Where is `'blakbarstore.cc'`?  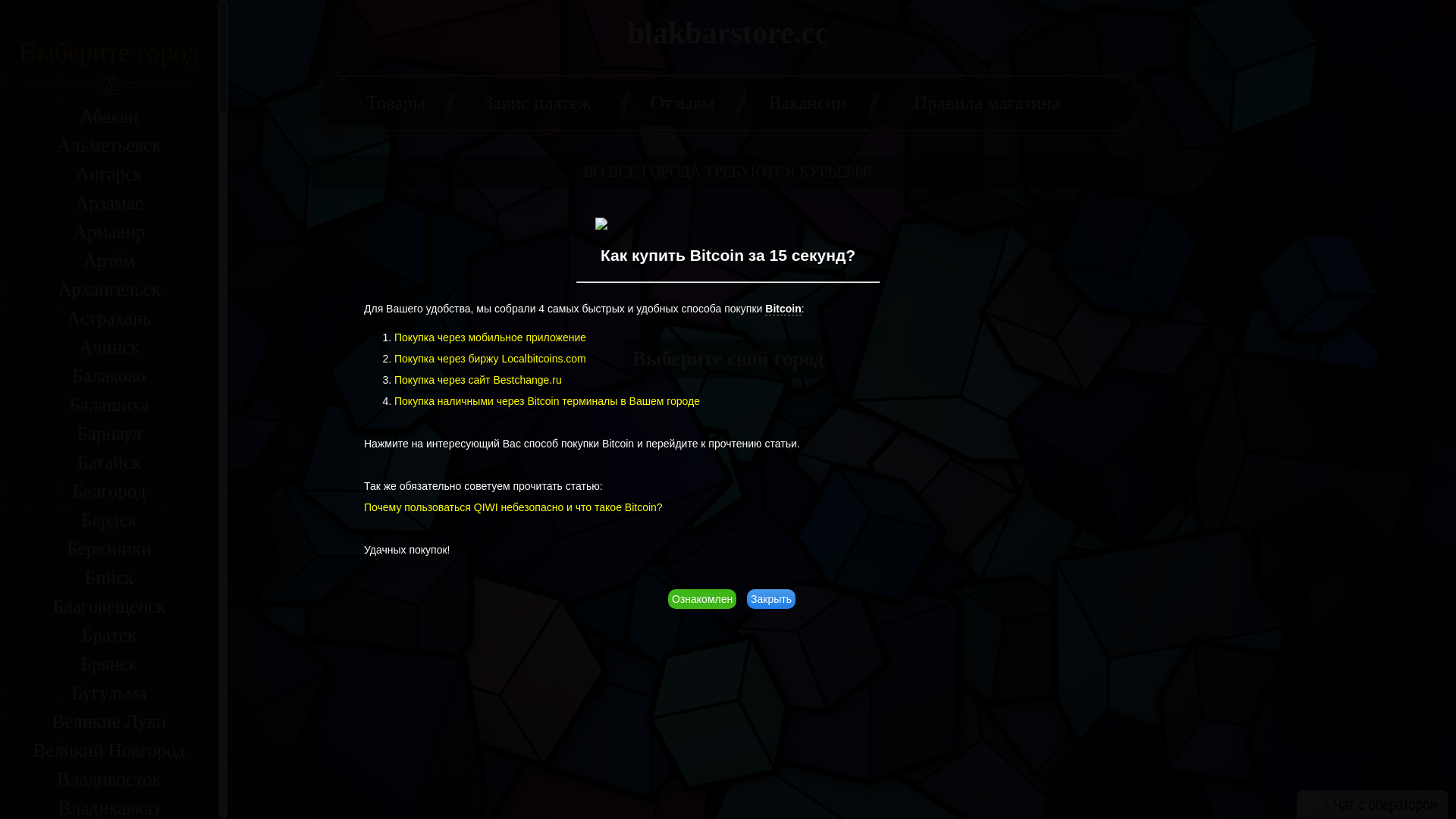 'blakbarstore.cc' is located at coordinates (628, 33).